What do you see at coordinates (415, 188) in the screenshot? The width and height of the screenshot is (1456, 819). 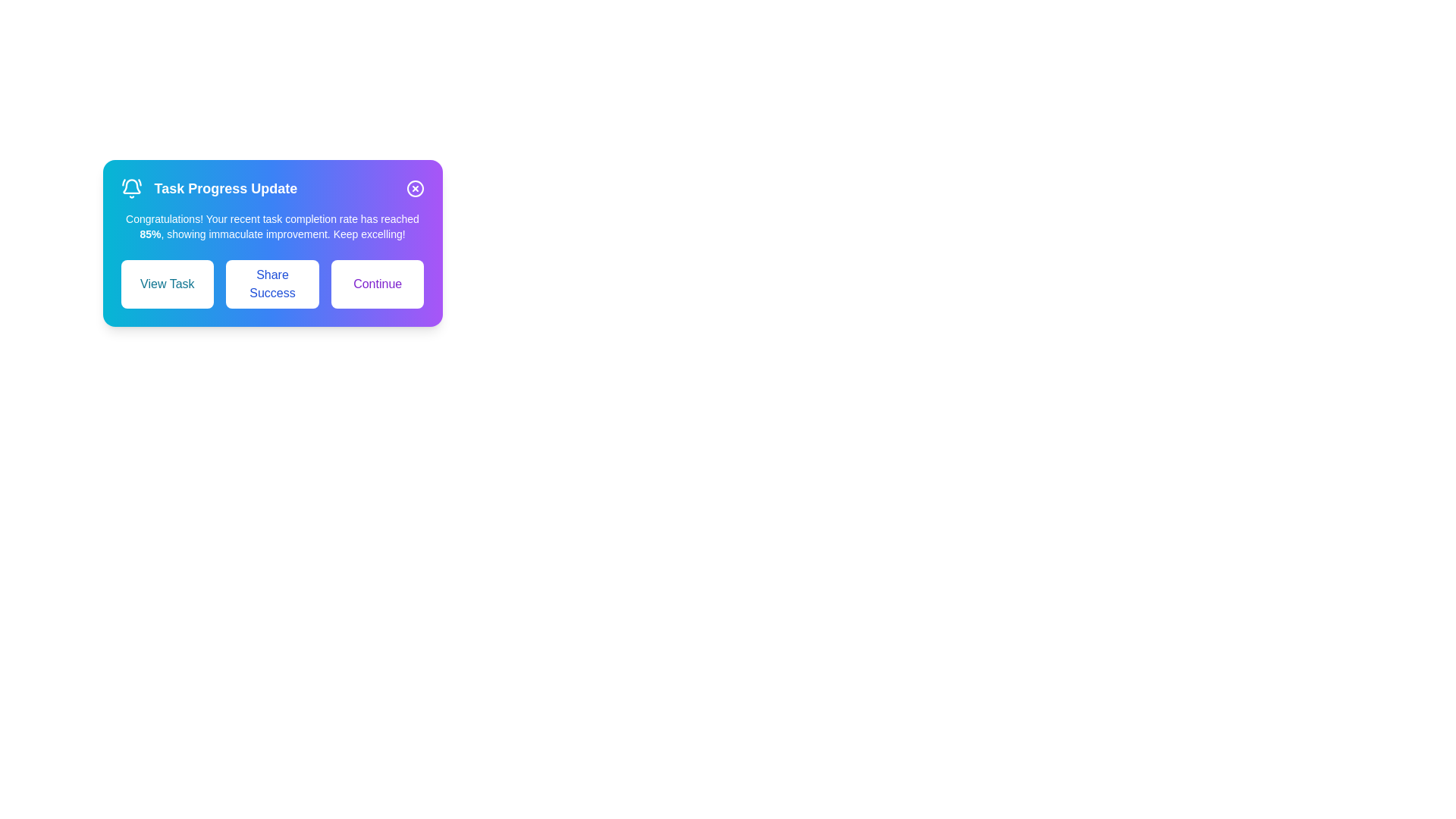 I see `the close button to dismiss the alert` at bounding box center [415, 188].